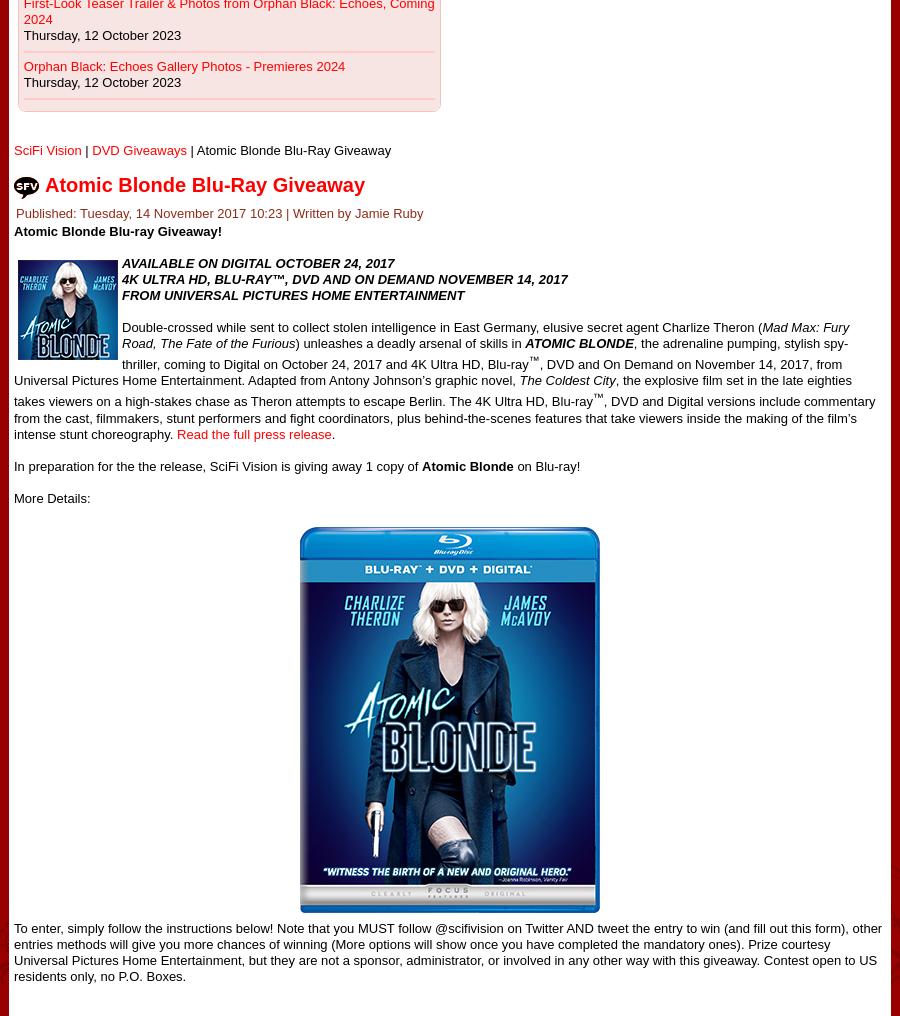 This screenshot has width=900, height=1016. I want to click on ', the explosive film set in the late eighties takes viewers on a high-stakes chase as Theron attempts to escape Berlin. The 4K Ultra HD, Blu-ray', so click(432, 389).